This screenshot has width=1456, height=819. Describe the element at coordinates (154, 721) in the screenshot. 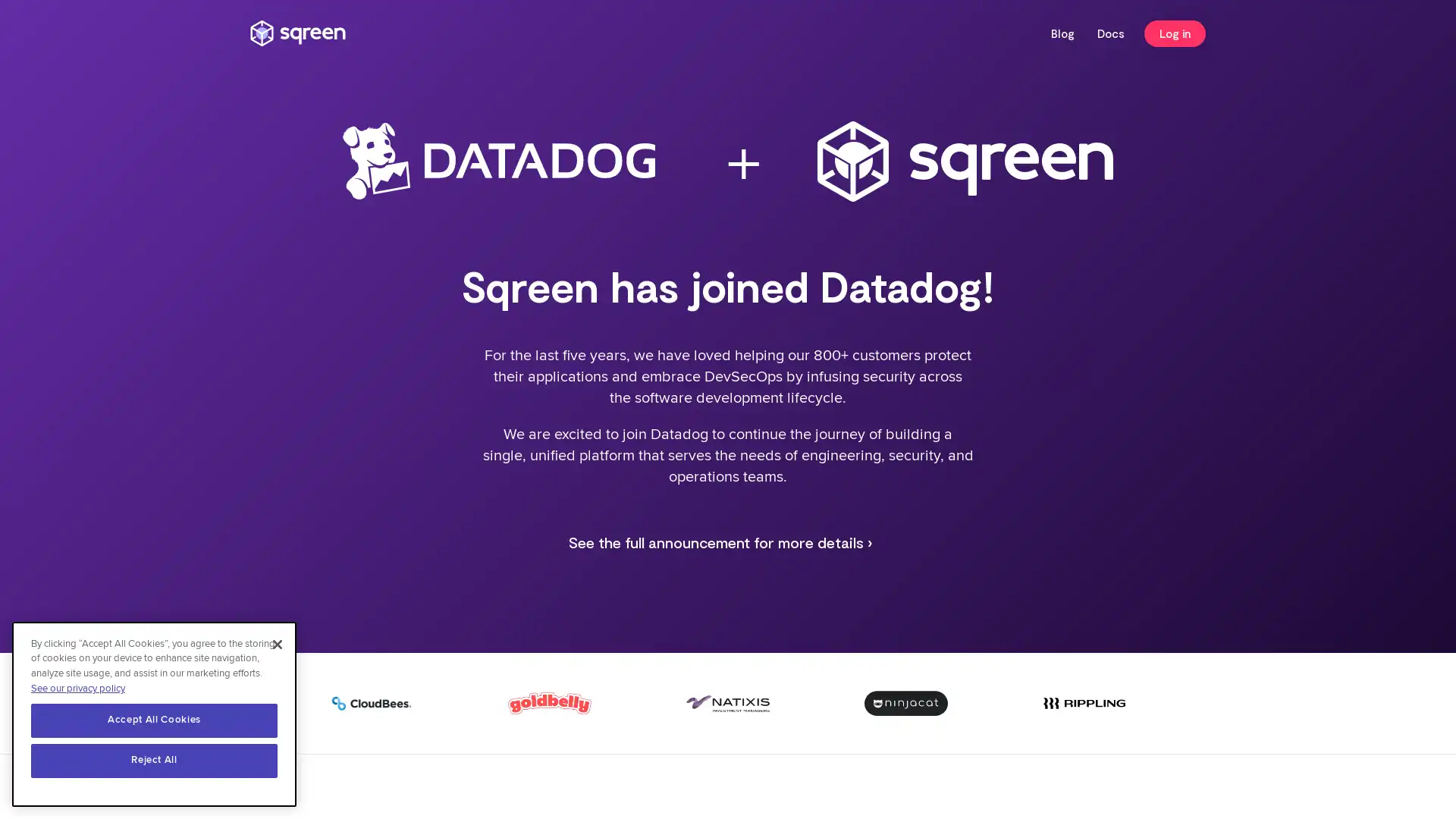

I see `Accept All Cookies` at that location.